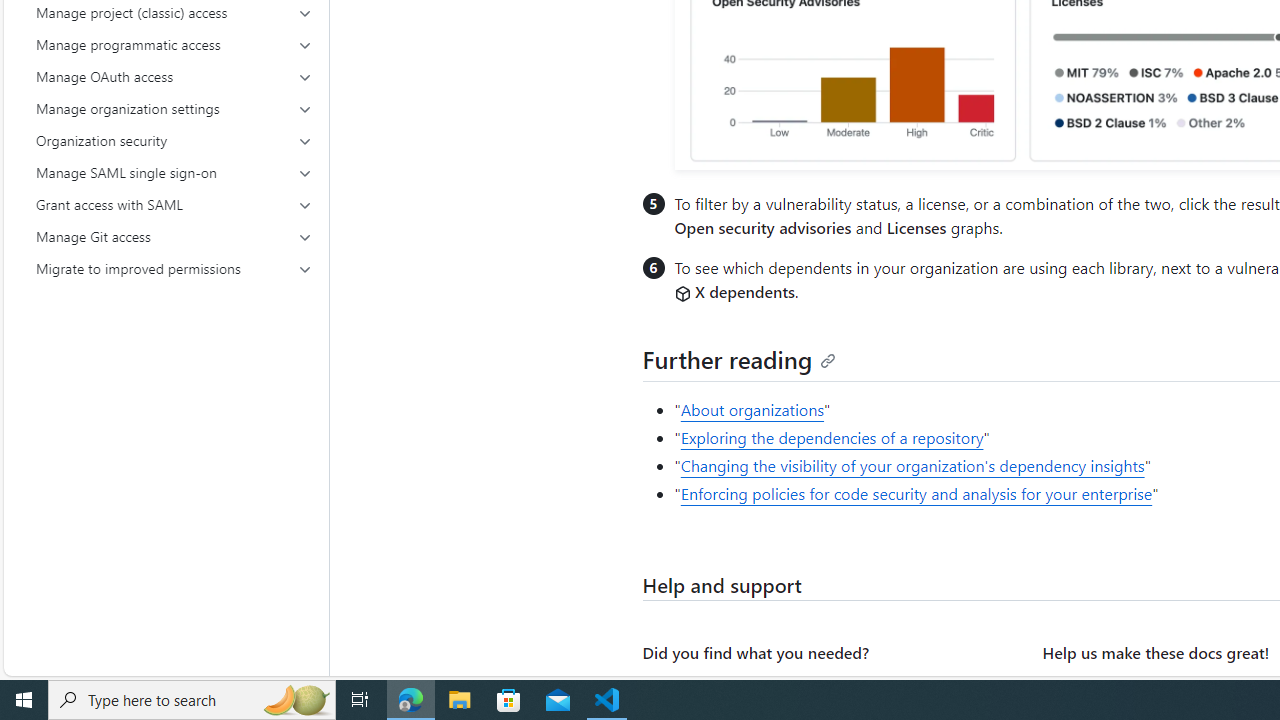 The image size is (1280, 720). Describe the element at coordinates (174, 76) in the screenshot. I see `'Manage OAuth access'` at that location.